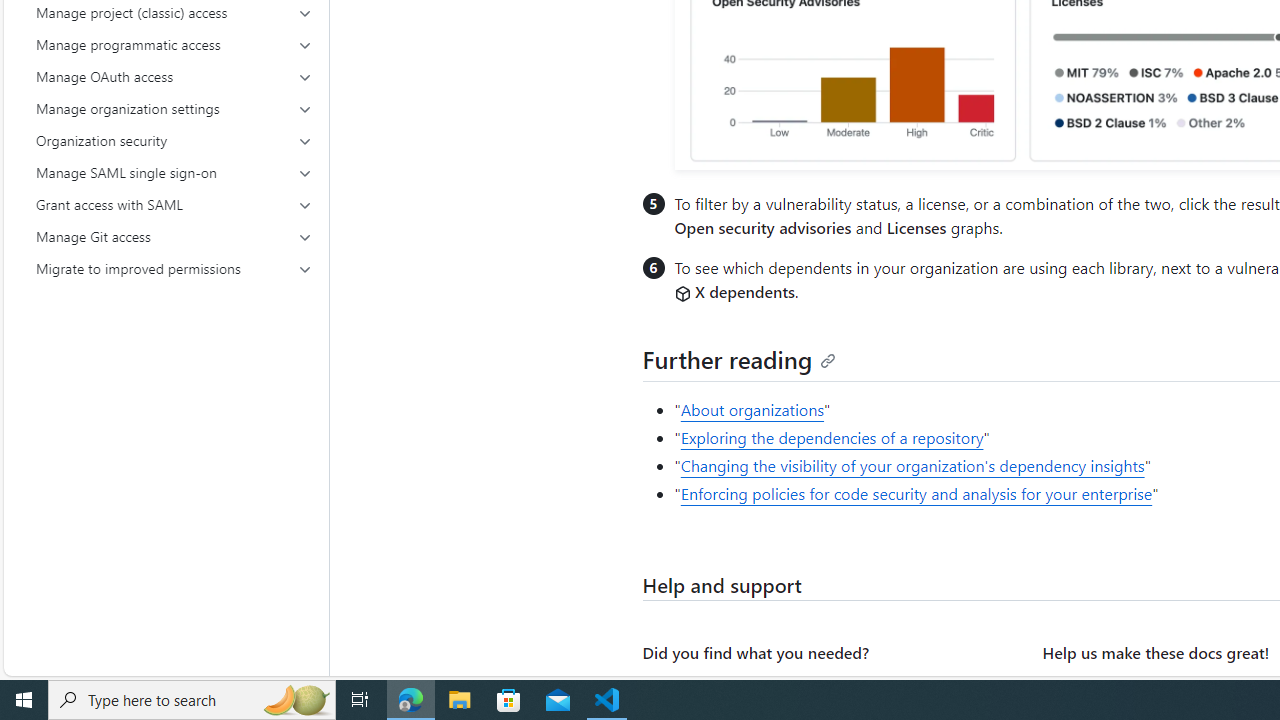 The image size is (1280, 720). Describe the element at coordinates (174, 76) in the screenshot. I see `'Manage OAuth access'` at that location.